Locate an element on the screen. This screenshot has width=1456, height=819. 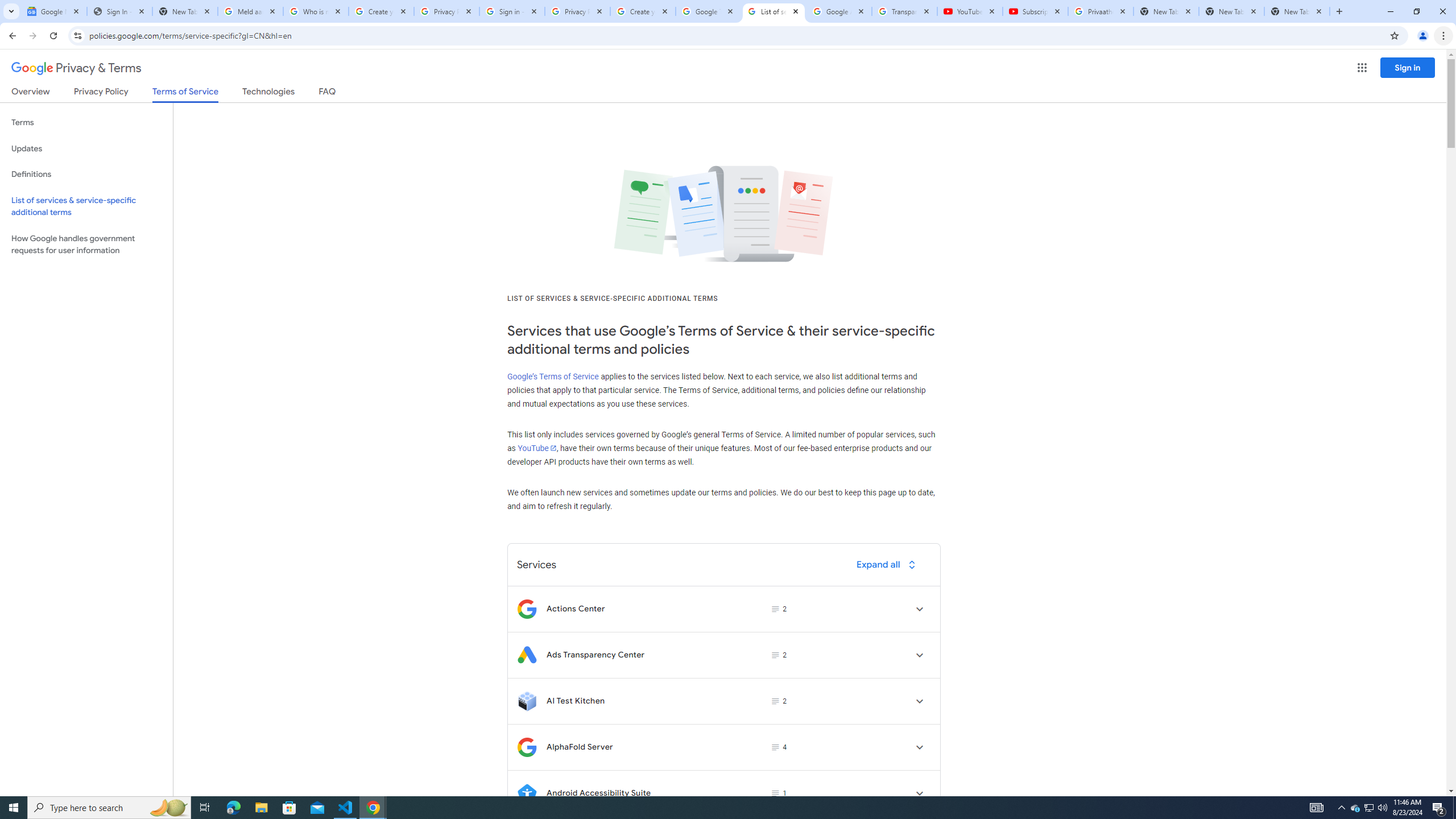
'New Tab' is located at coordinates (1296, 11).